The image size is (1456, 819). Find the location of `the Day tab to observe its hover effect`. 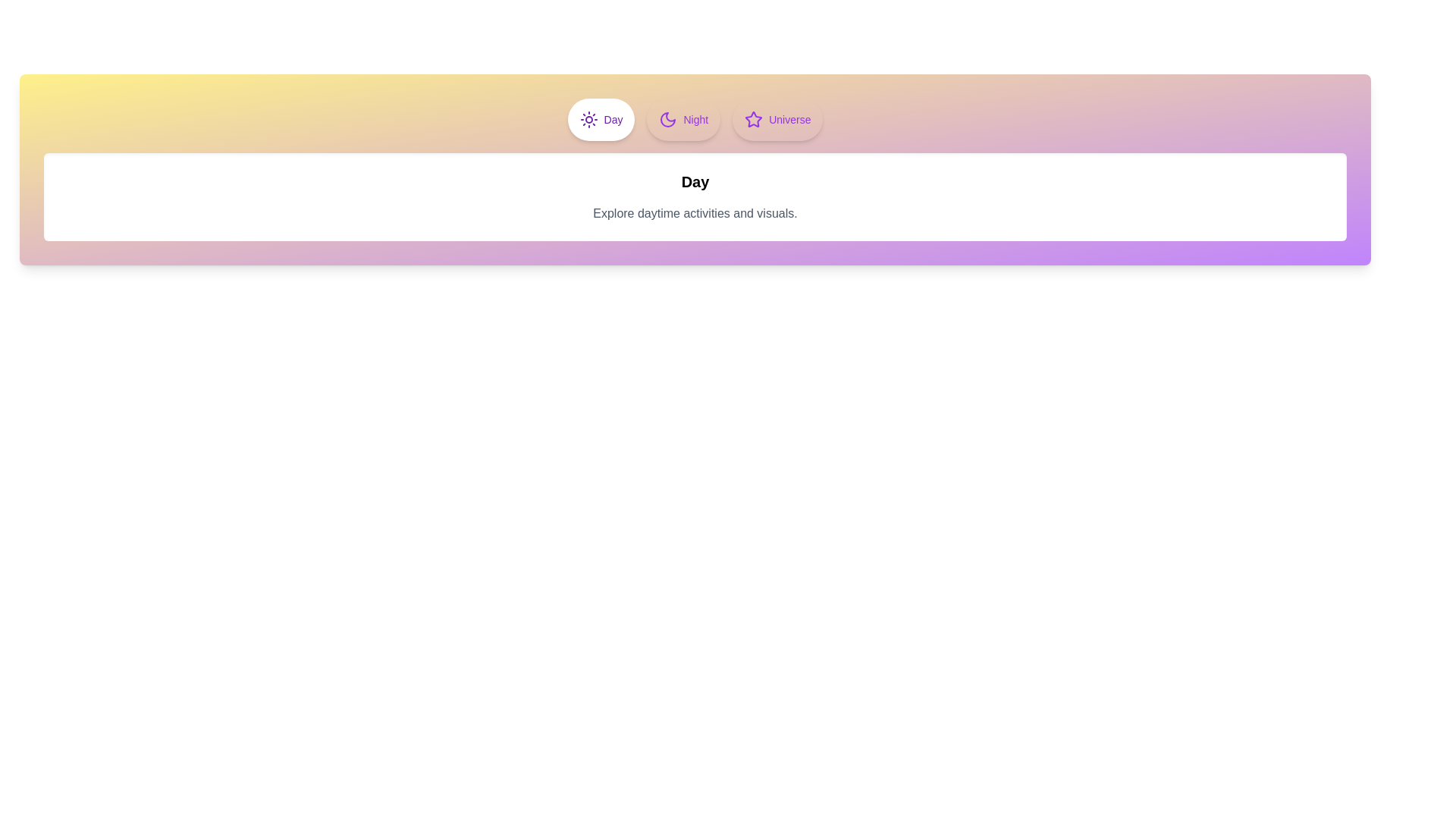

the Day tab to observe its hover effect is located at coordinates (600, 119).